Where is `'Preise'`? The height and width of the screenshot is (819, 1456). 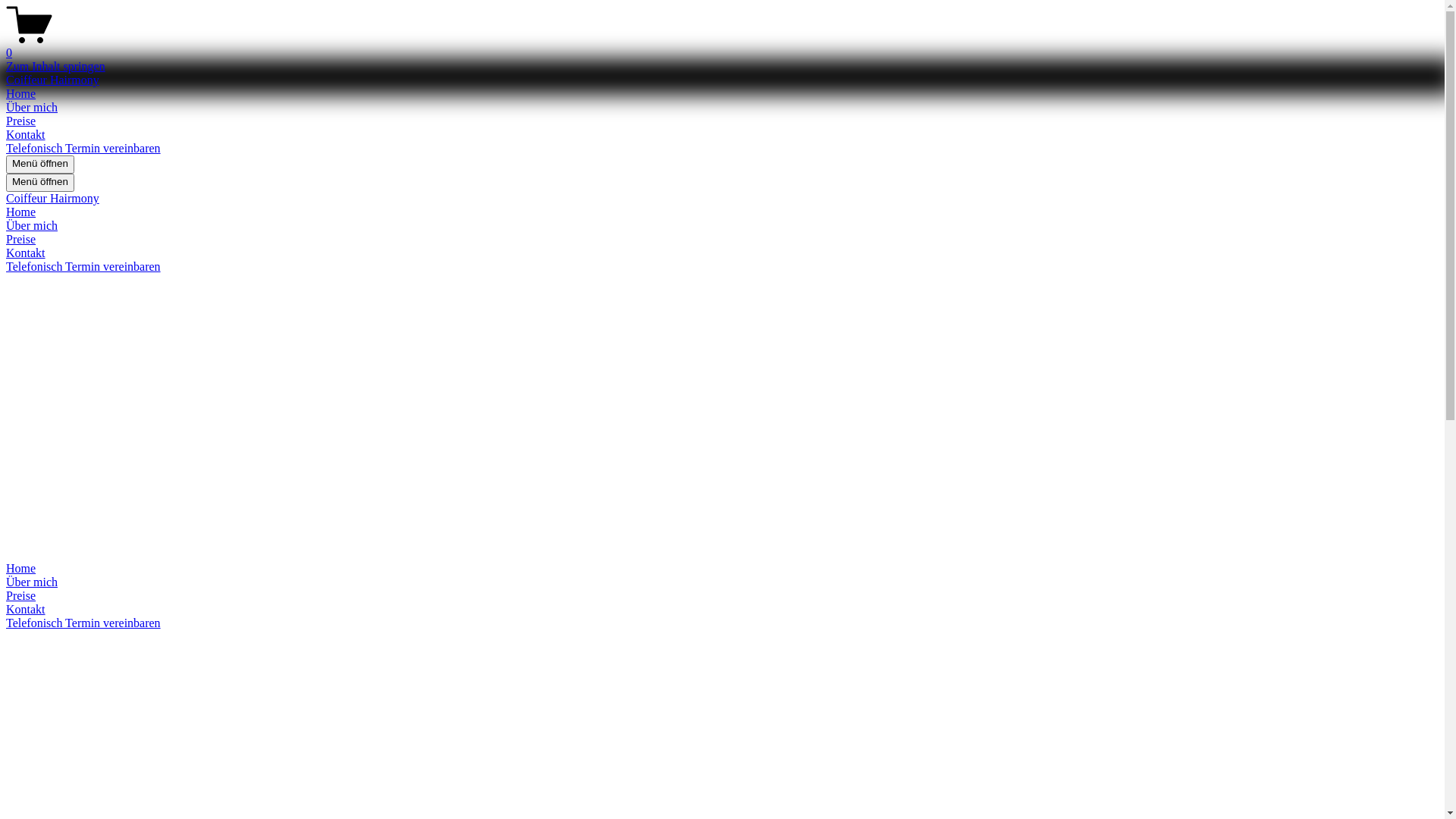
'Preise' is located at coordinates (721, 595).